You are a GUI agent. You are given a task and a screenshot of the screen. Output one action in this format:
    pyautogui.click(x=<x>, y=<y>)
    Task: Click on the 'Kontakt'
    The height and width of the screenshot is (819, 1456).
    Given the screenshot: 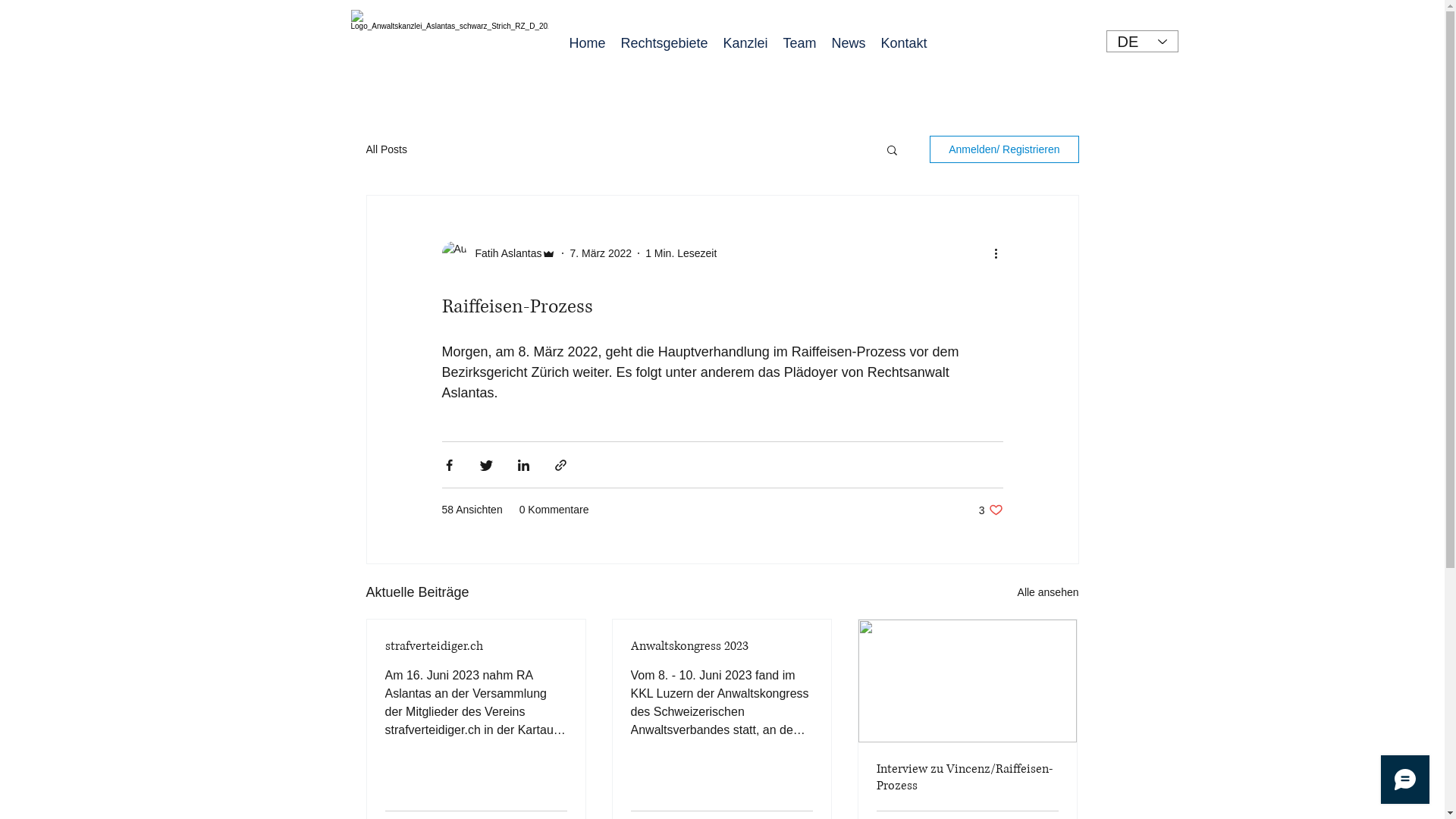 What is the action you would take?
    pyautogui.click(x=874, y=42)
    